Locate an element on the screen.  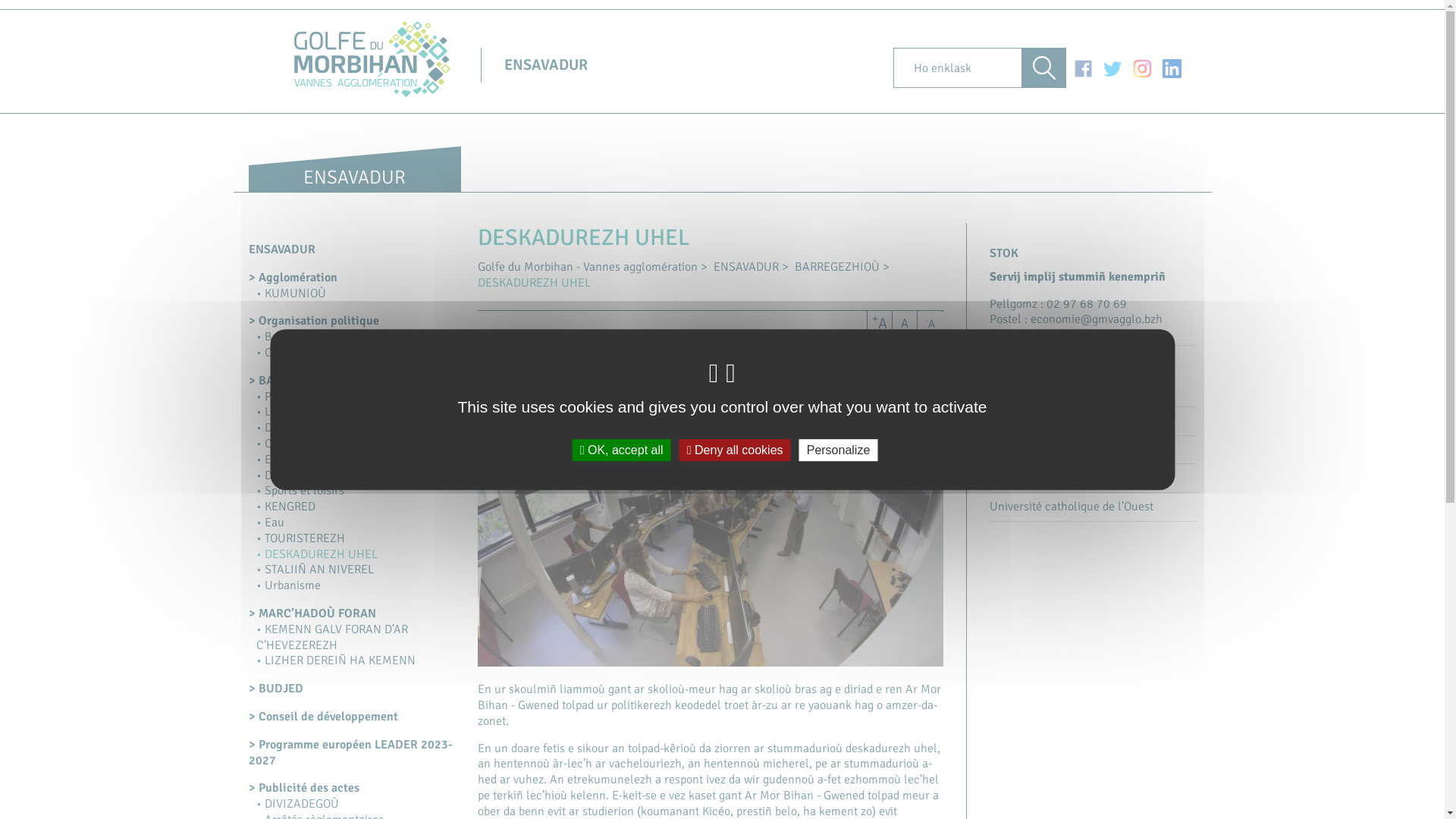
'KENGRED' is located at coordinates (286, 506).